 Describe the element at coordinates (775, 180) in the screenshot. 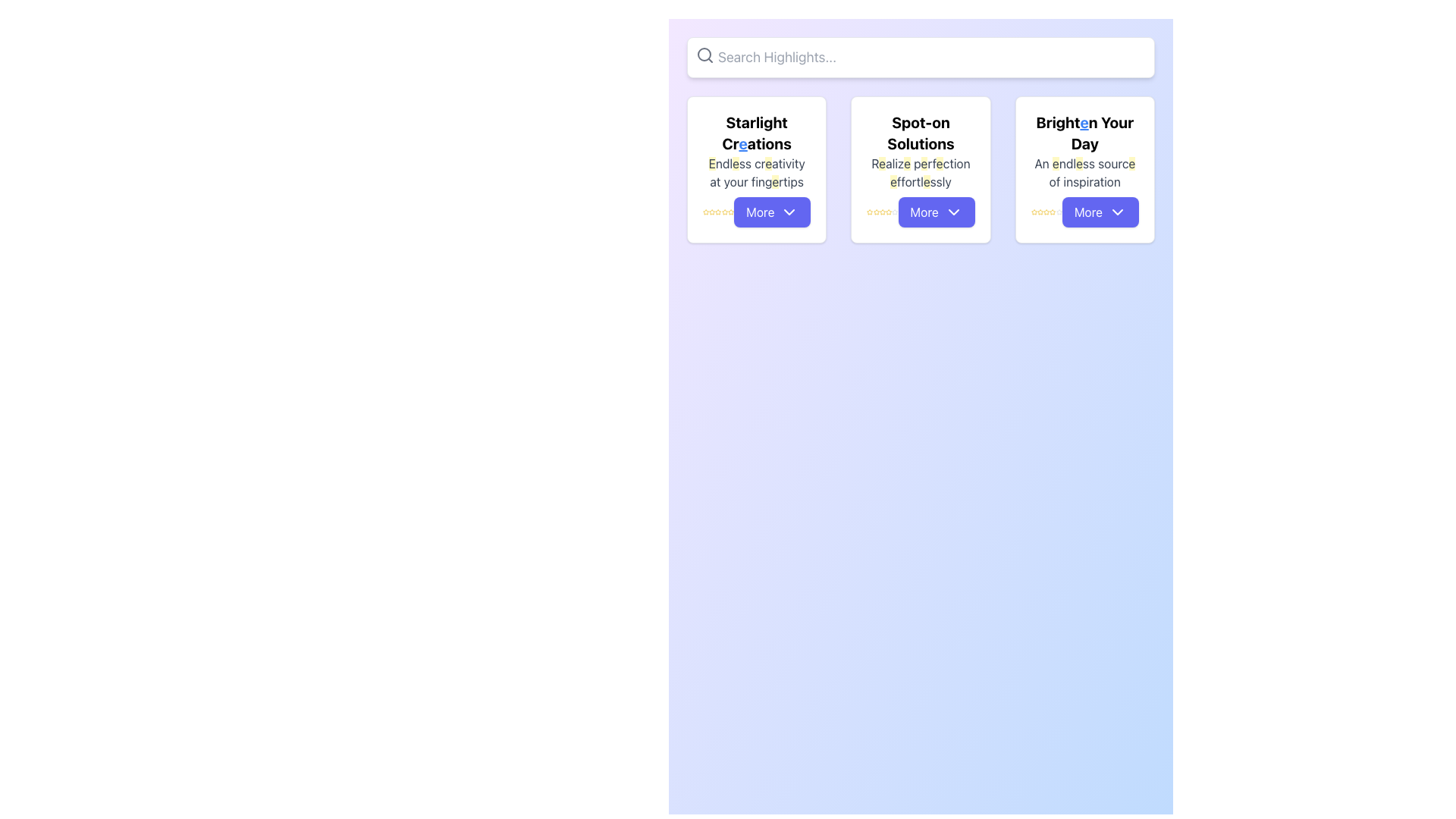

I see `the highlighted character 'e' in the sentence 'Endless creativity at your fingertips' located under the heading 'Starlight Creations' on the leftmost card` at that location.